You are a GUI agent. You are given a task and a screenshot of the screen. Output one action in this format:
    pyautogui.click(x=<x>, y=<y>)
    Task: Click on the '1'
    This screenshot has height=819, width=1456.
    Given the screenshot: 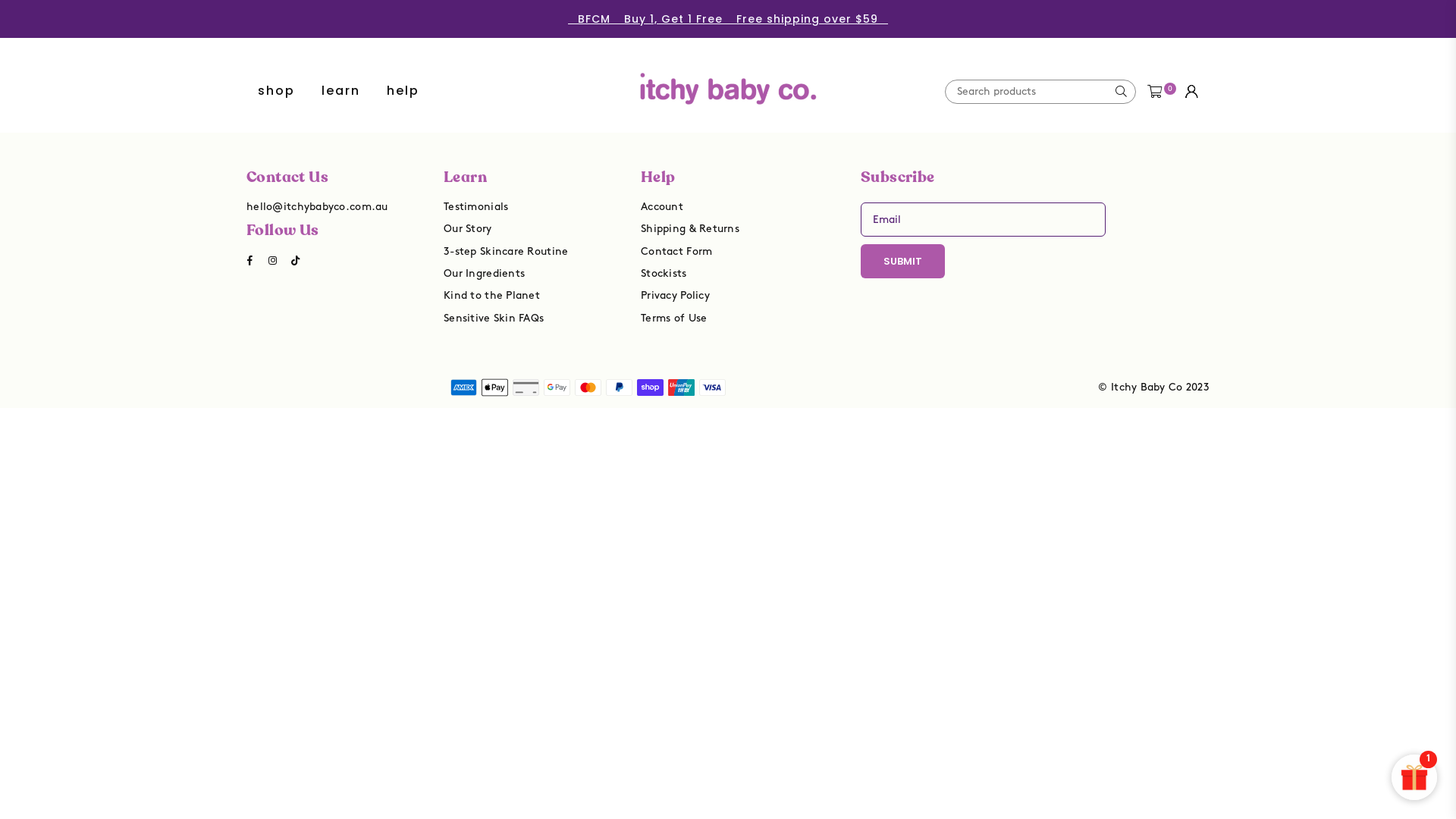 What is the action you would take?
    pyautogui.click(x=1414, y=777)
    